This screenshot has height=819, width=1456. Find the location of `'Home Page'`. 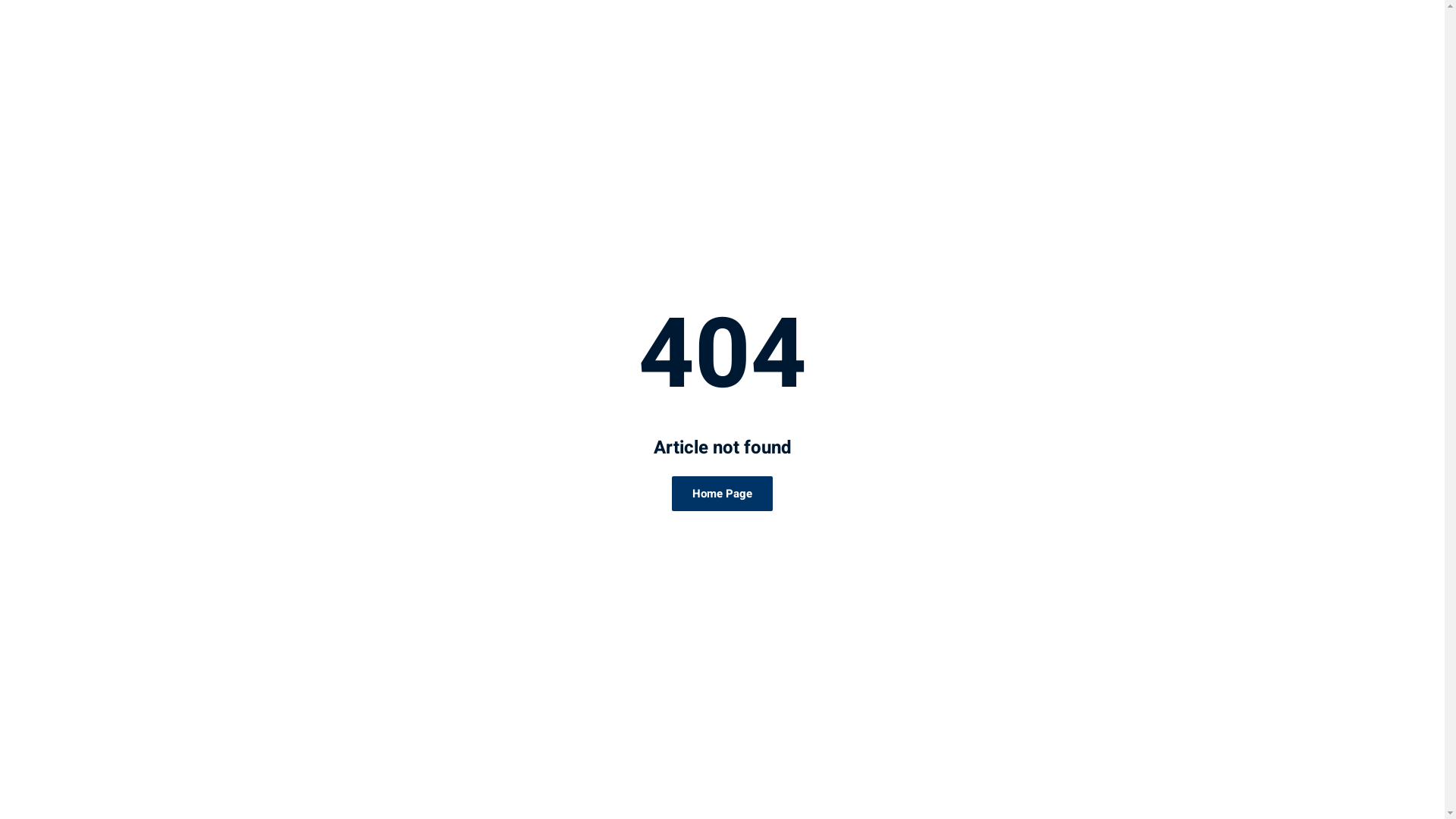

'Home Page' is located at coordinates (721, 494).